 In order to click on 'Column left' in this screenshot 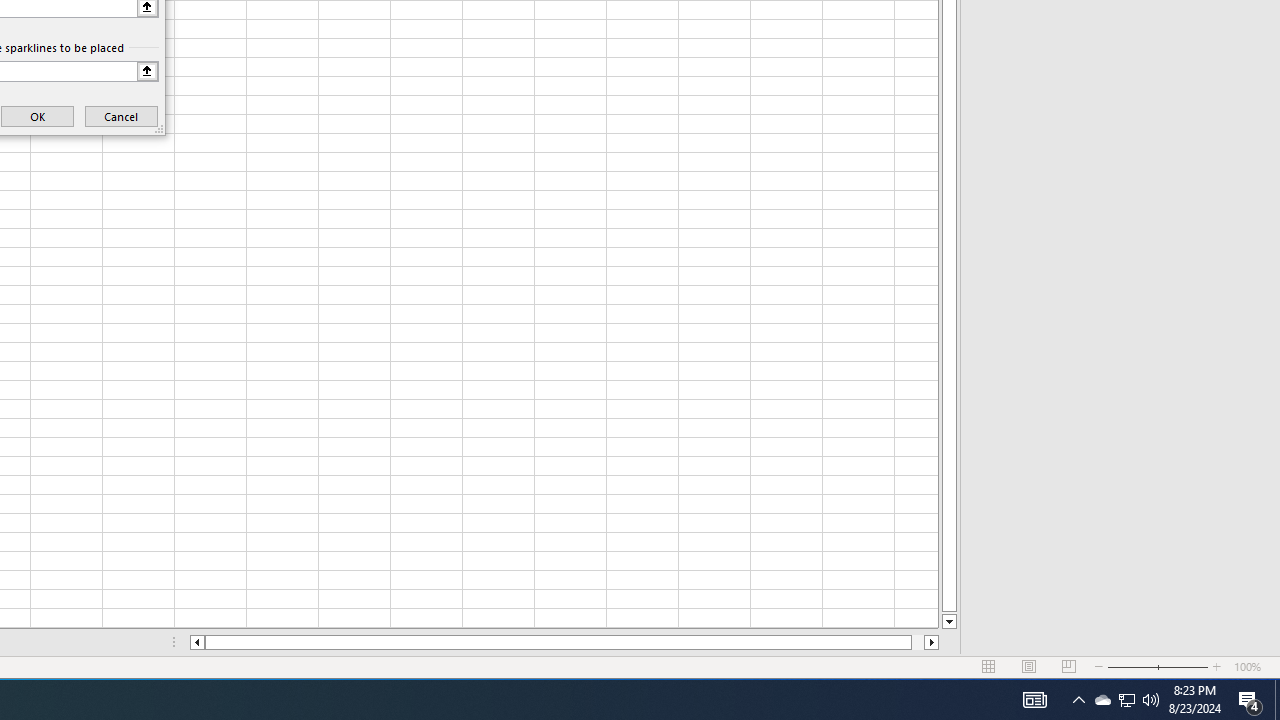, I will do `click(196, 642)`.